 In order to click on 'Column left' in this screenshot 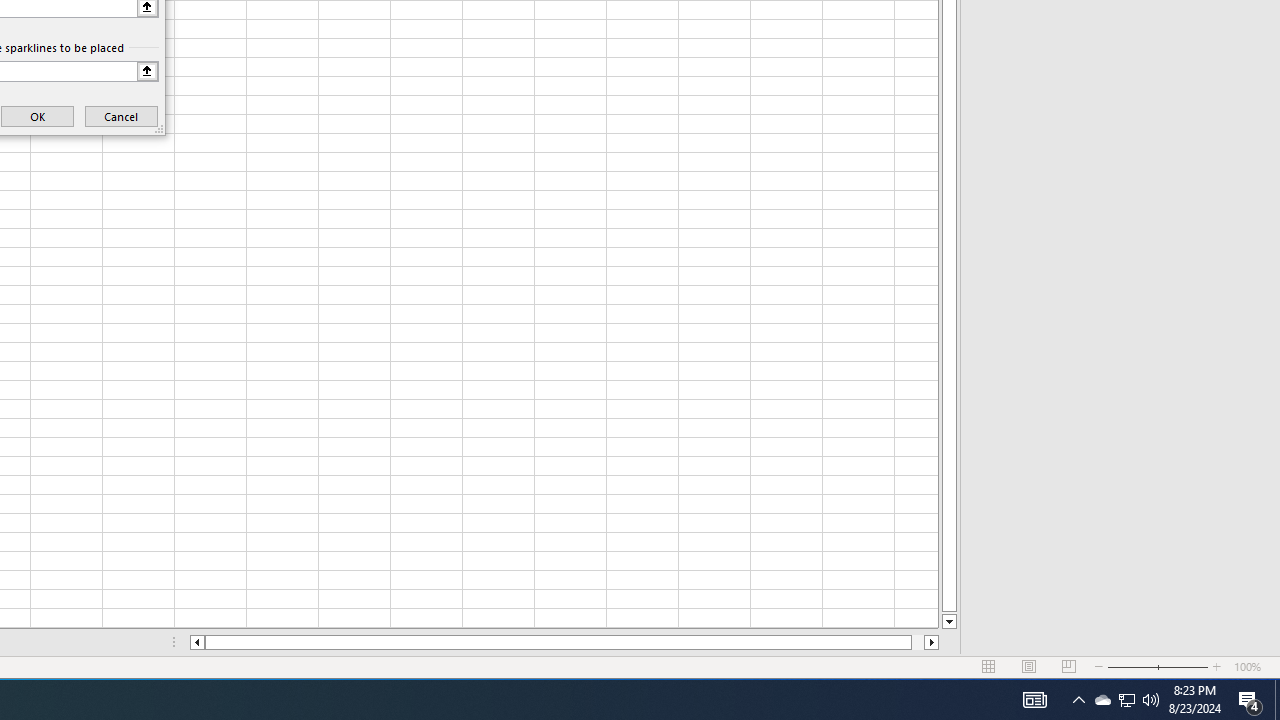, I will do `click(196, 642)`.